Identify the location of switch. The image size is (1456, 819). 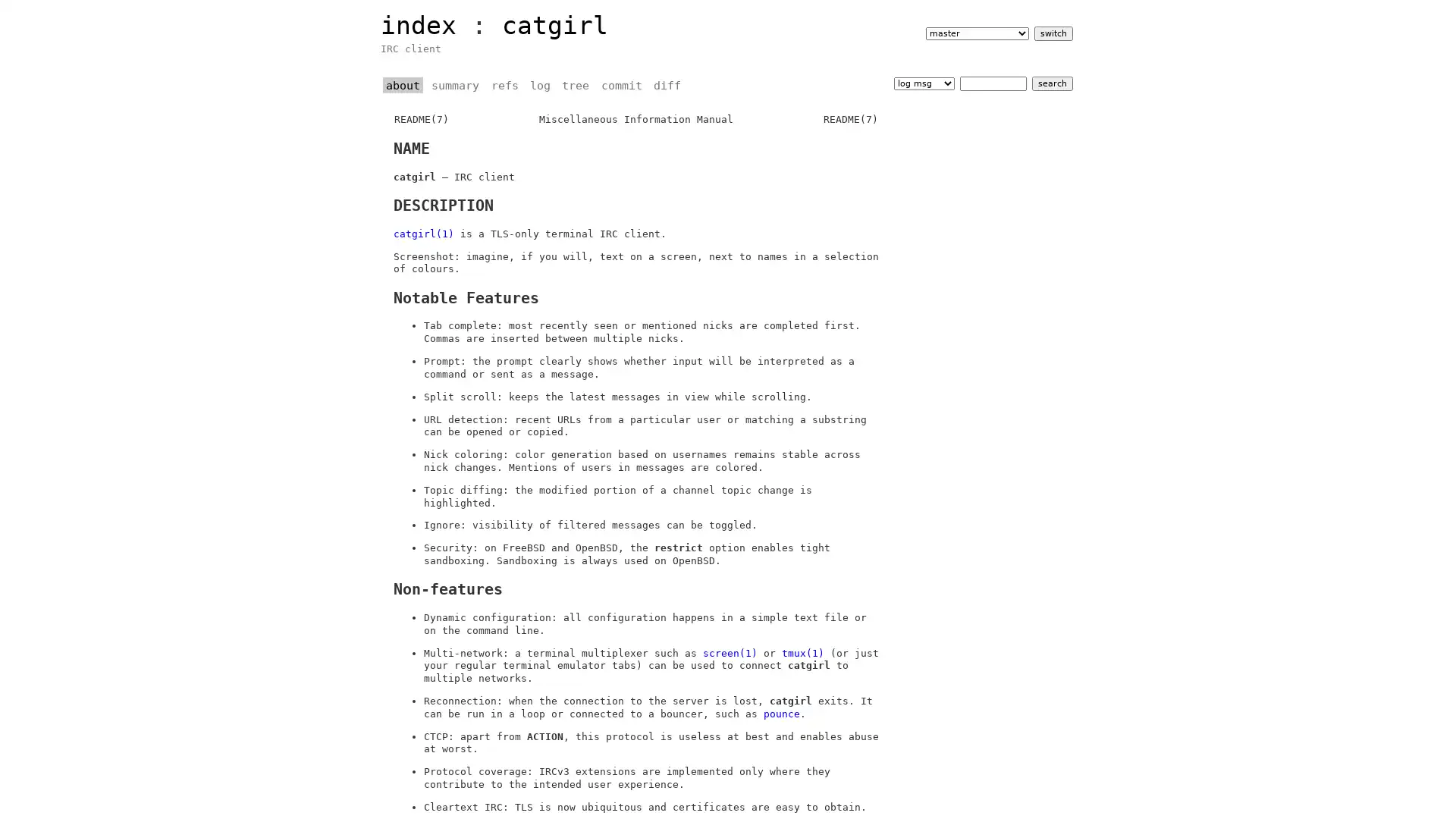
(1052, 33).